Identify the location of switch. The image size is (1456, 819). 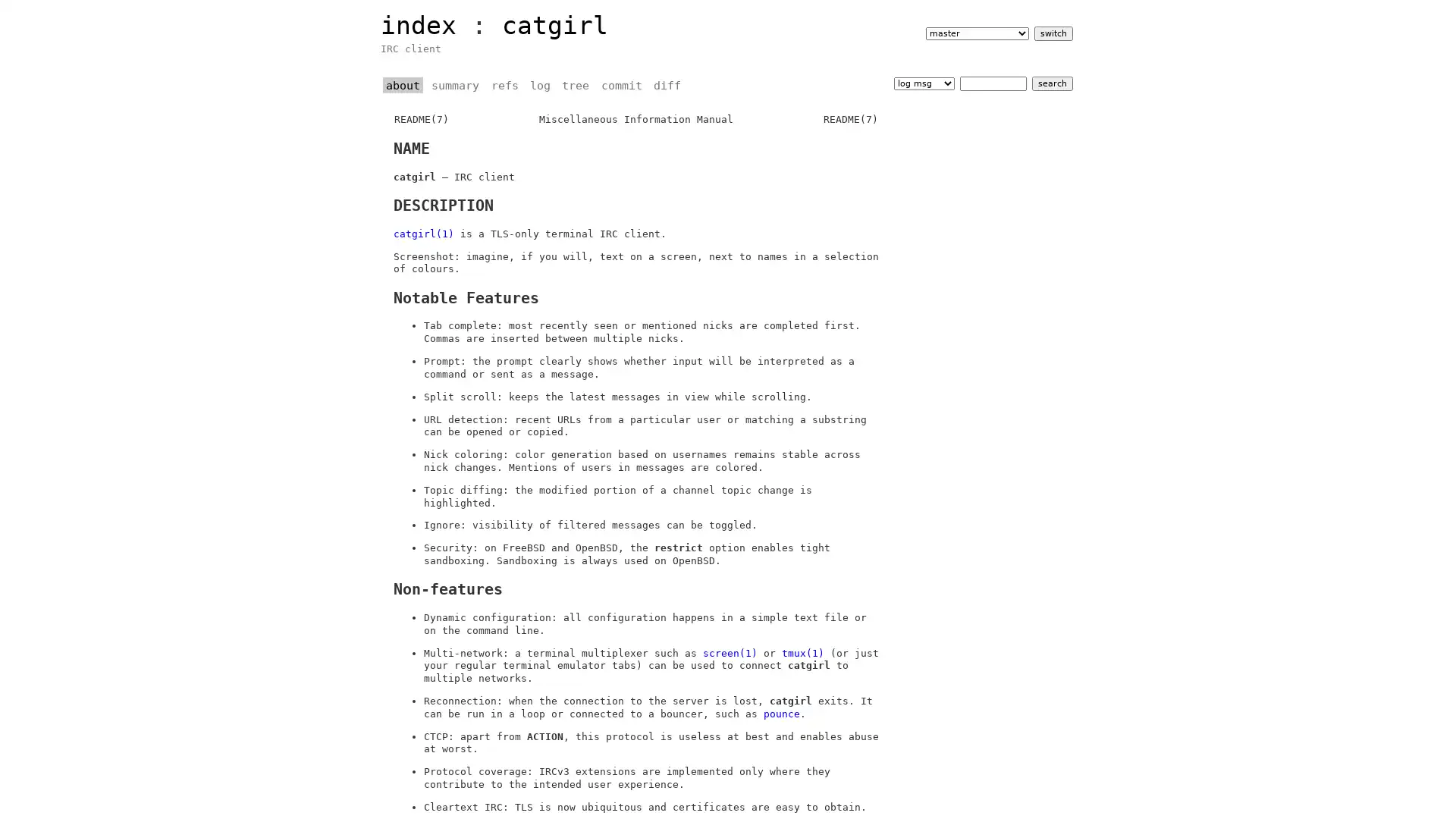
(1052, 33).